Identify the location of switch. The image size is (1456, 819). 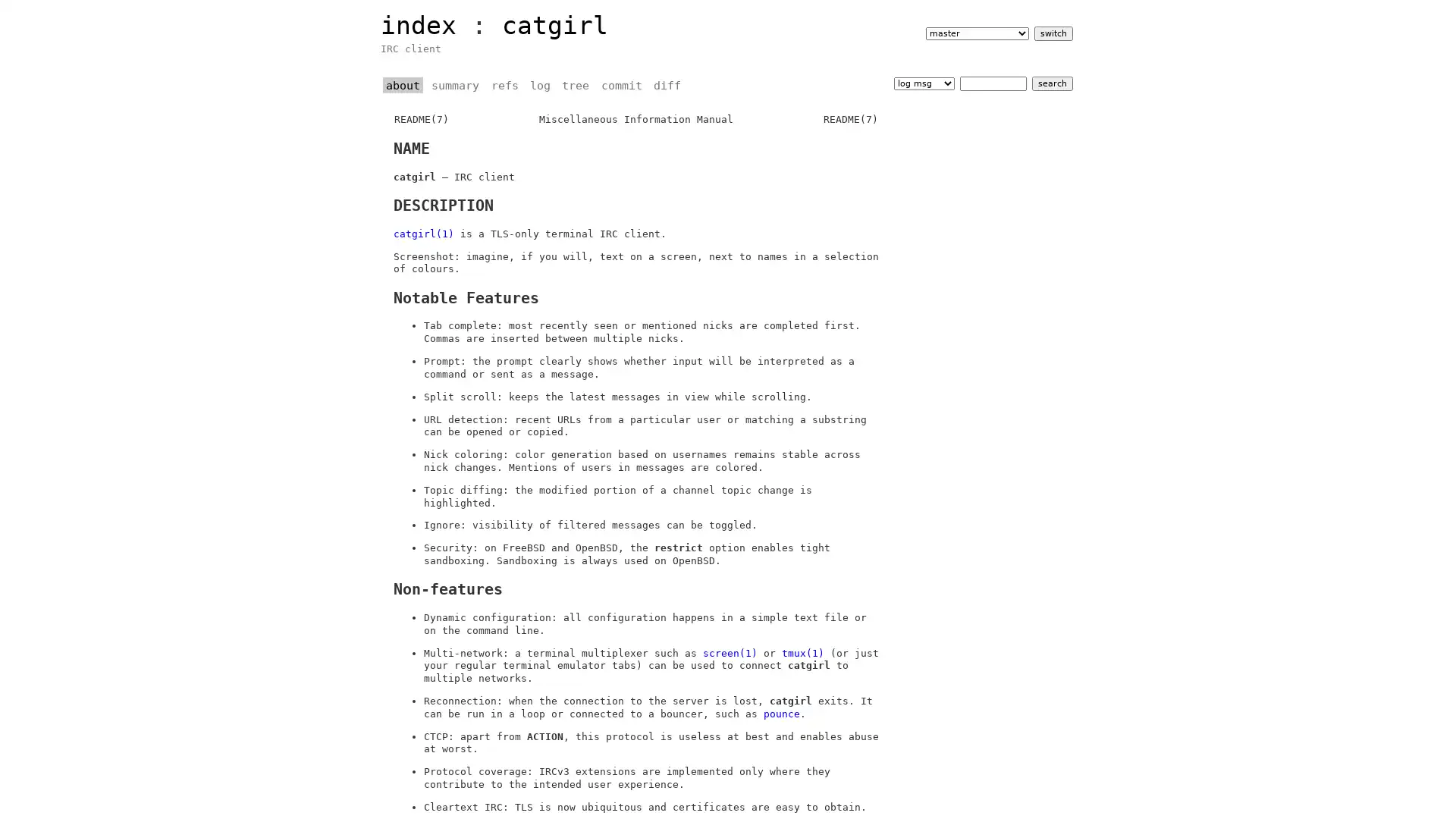
(1052, 33).